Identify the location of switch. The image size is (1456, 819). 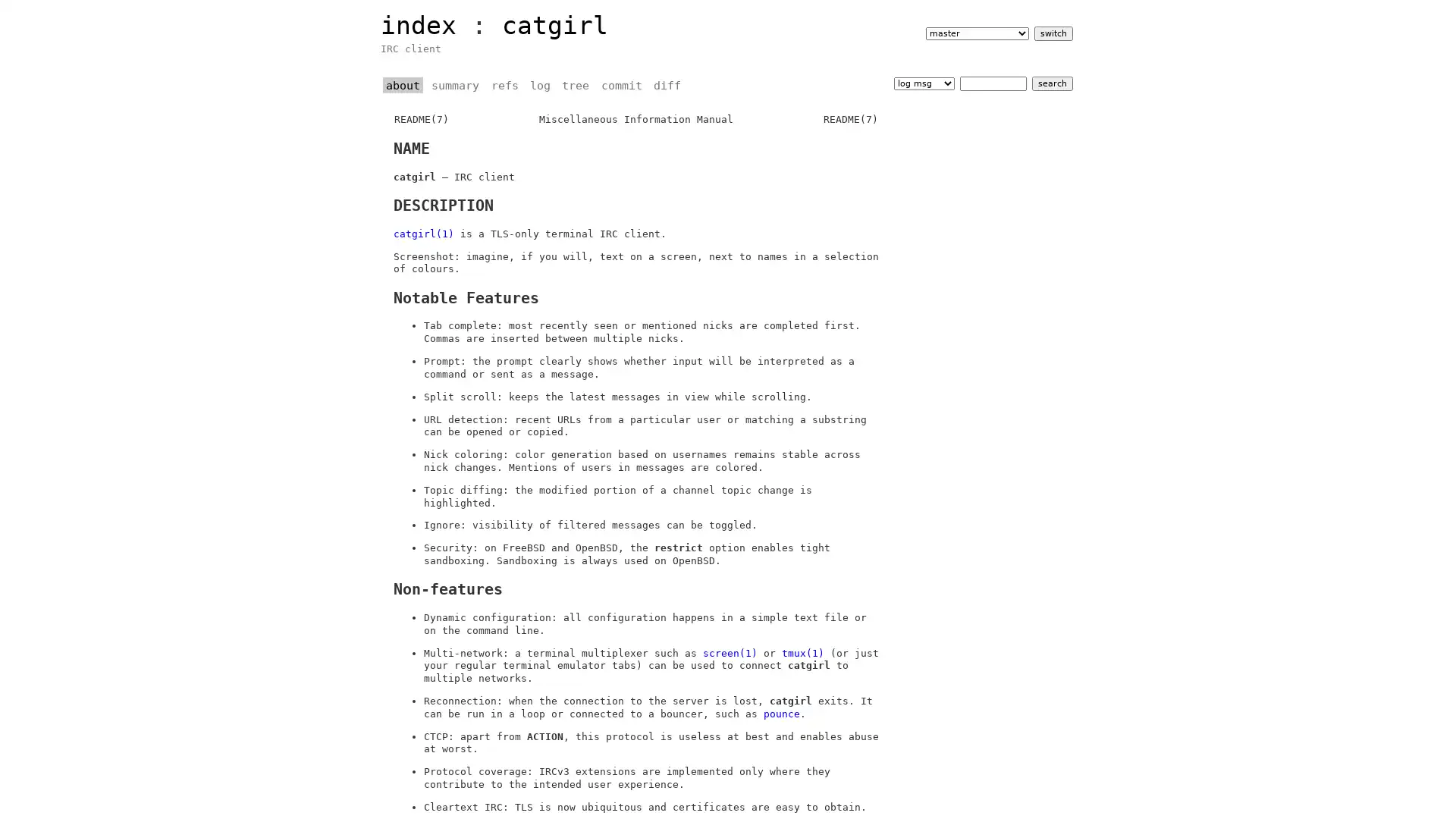
(1052, 33).